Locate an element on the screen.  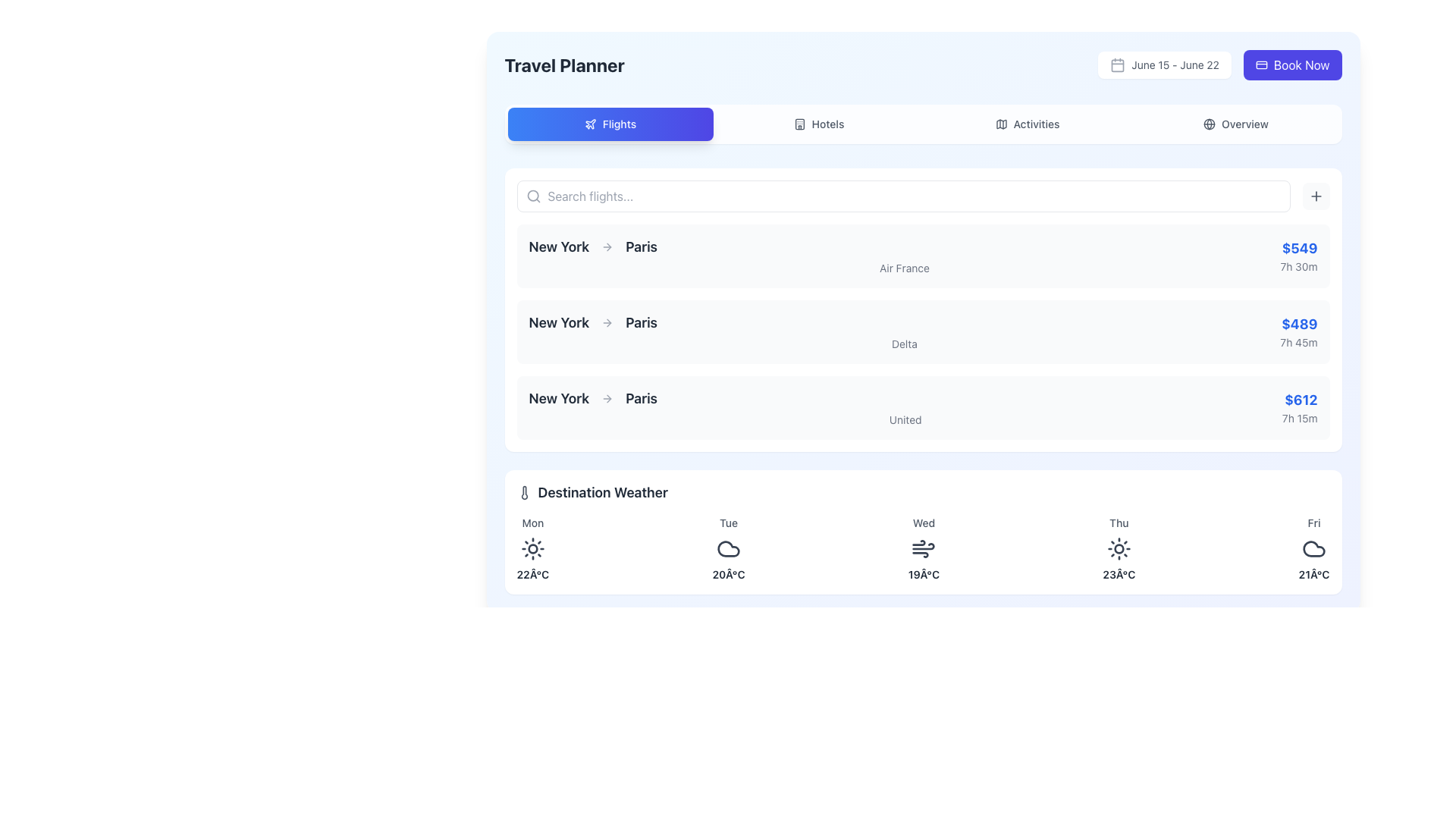
the Text Label displaying 'Thu', which is part of the weather forecast section and positioned above the sun icon and temperature value is located at coordinates (1119, 522).